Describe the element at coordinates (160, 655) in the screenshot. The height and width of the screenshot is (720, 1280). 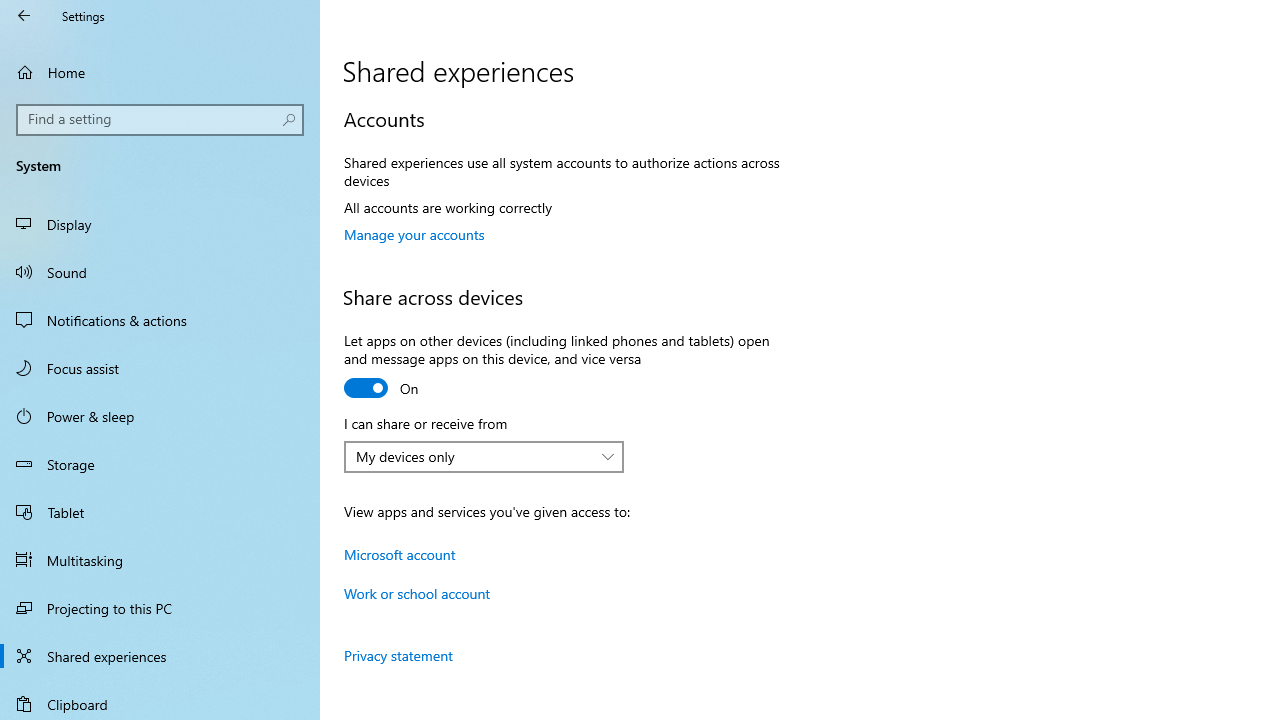
I see `'Shared experiences'` at that location.